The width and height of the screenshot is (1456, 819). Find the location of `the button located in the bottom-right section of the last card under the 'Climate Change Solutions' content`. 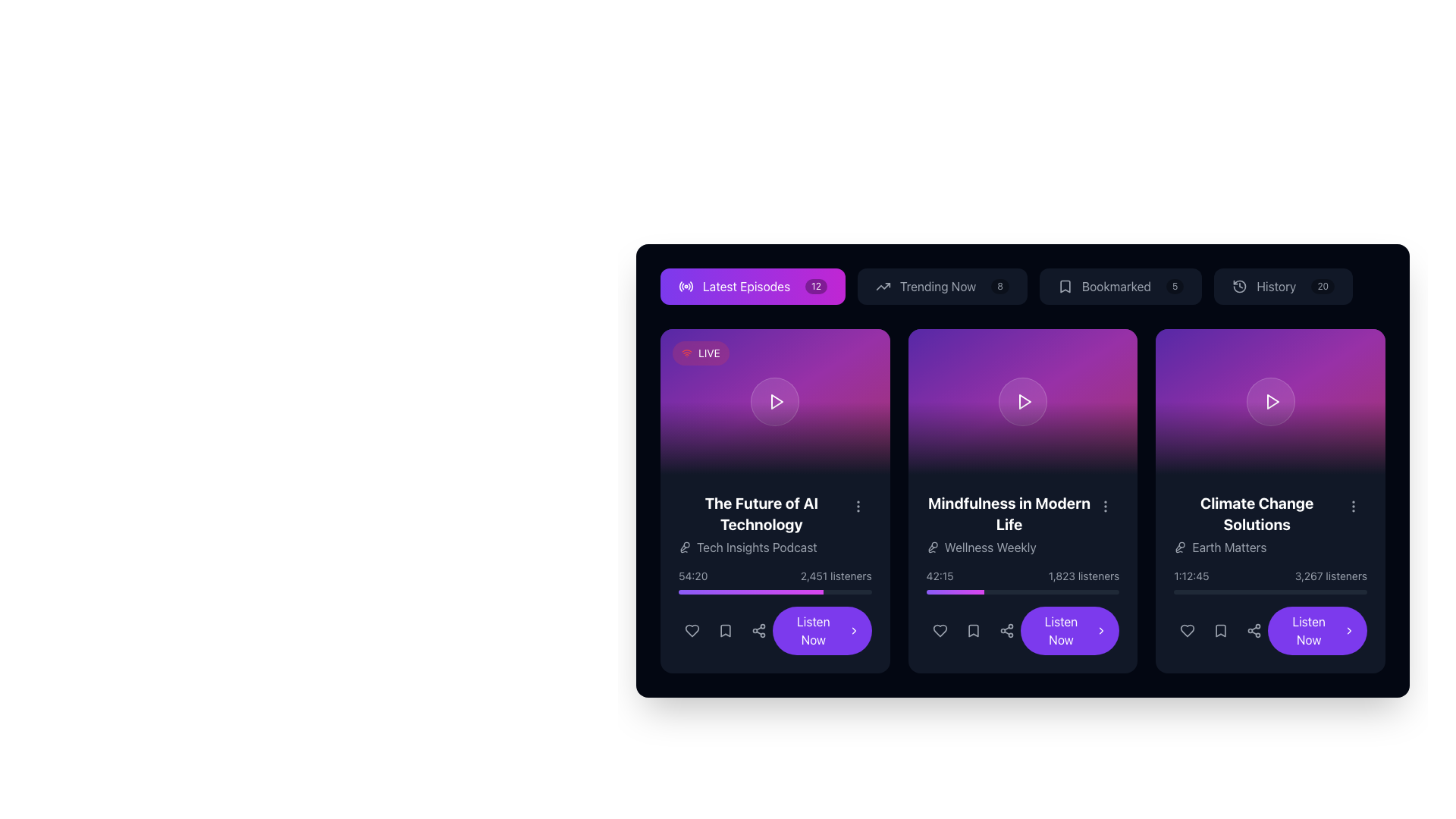

the button located in the bottom-right section of the last card under the 'Climate Change Solutions' content is located at coordinates (1270, 631).